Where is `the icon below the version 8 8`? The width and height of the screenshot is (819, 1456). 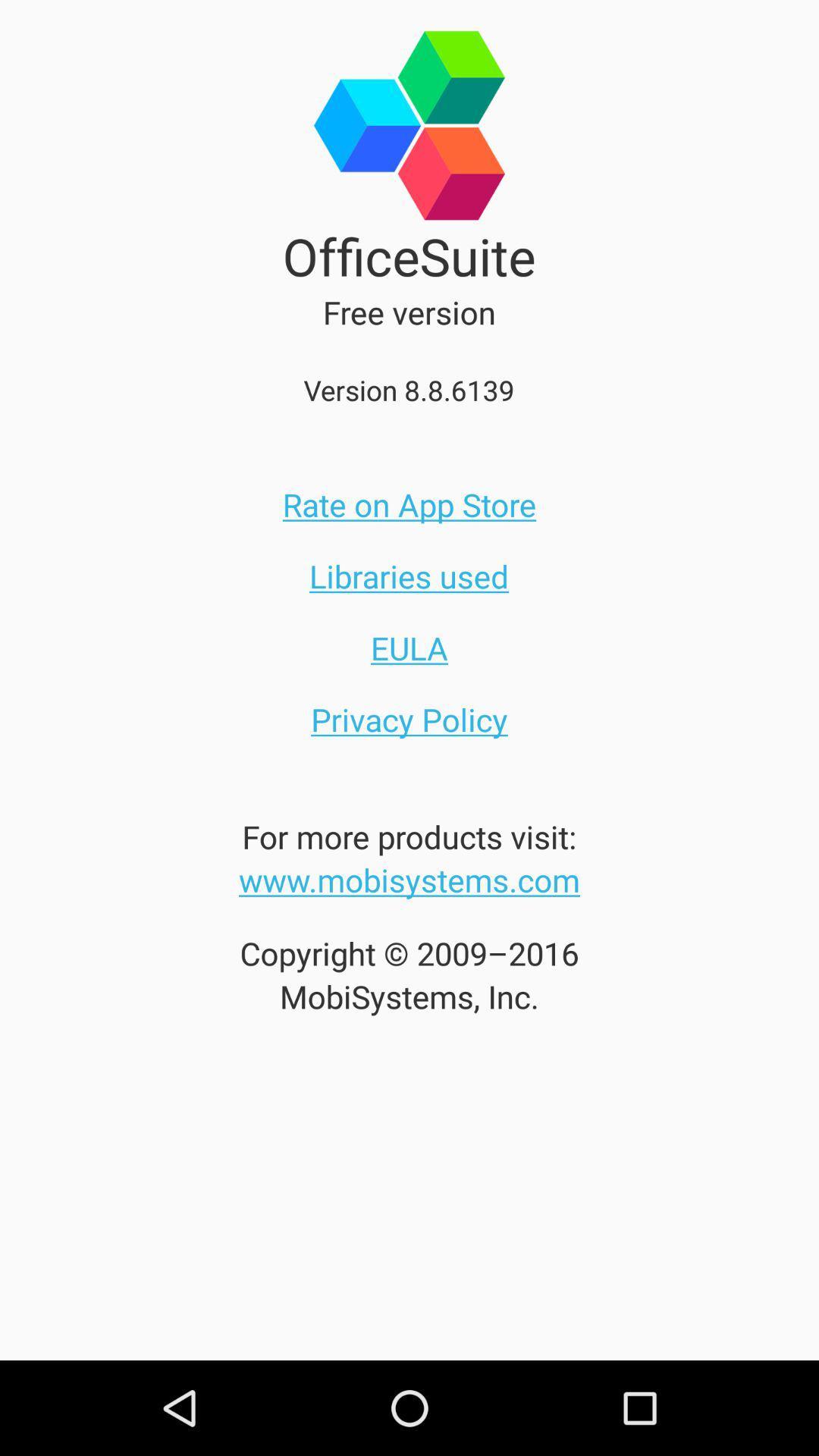
the icon below the version 8 8 is located at coordinates (409, 504).